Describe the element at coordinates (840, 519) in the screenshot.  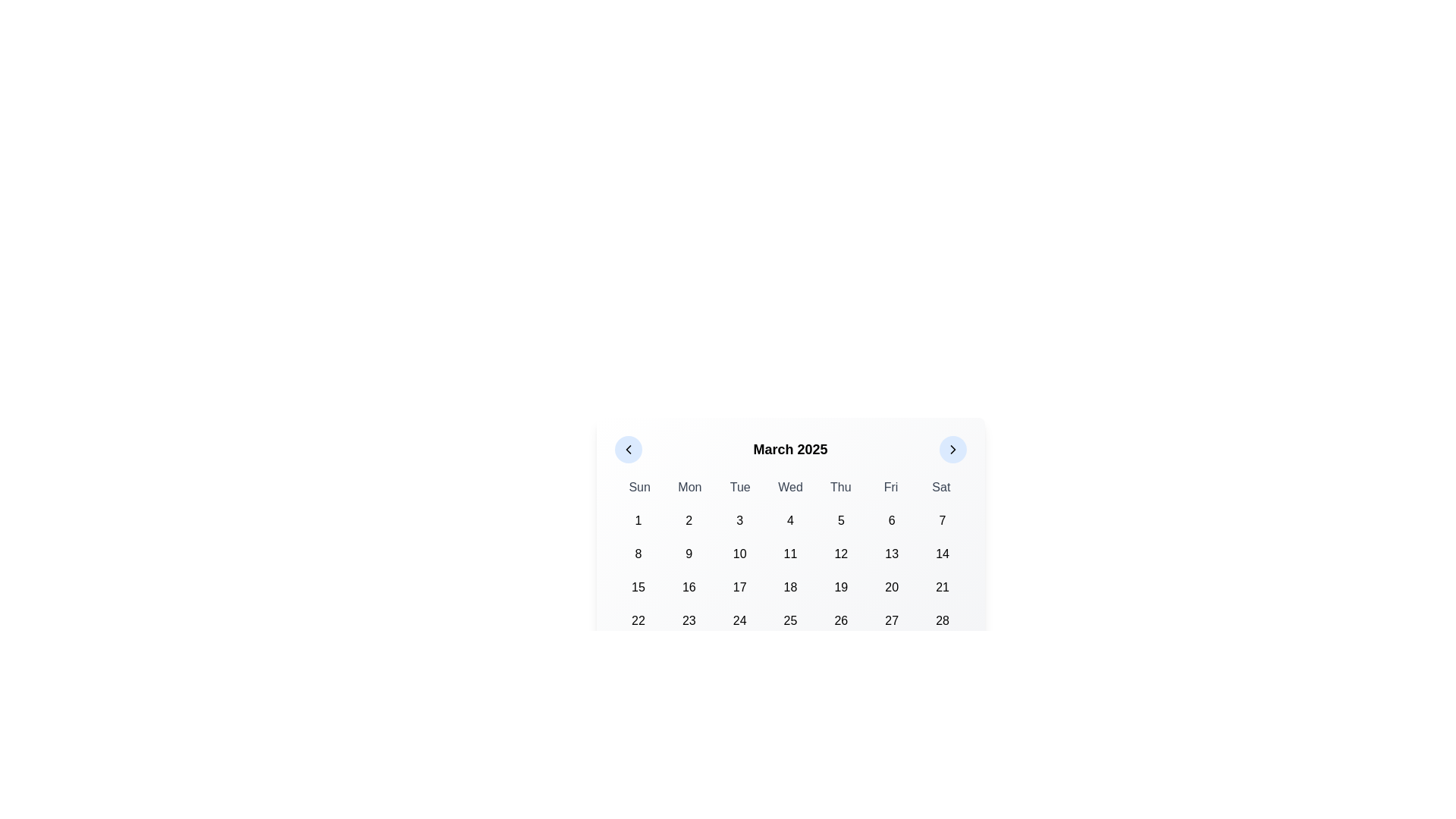
I see `the button displaying the numeral '5' in bold black font, which is part of the calendar grid under the column labeled 'Thu'` at that location.